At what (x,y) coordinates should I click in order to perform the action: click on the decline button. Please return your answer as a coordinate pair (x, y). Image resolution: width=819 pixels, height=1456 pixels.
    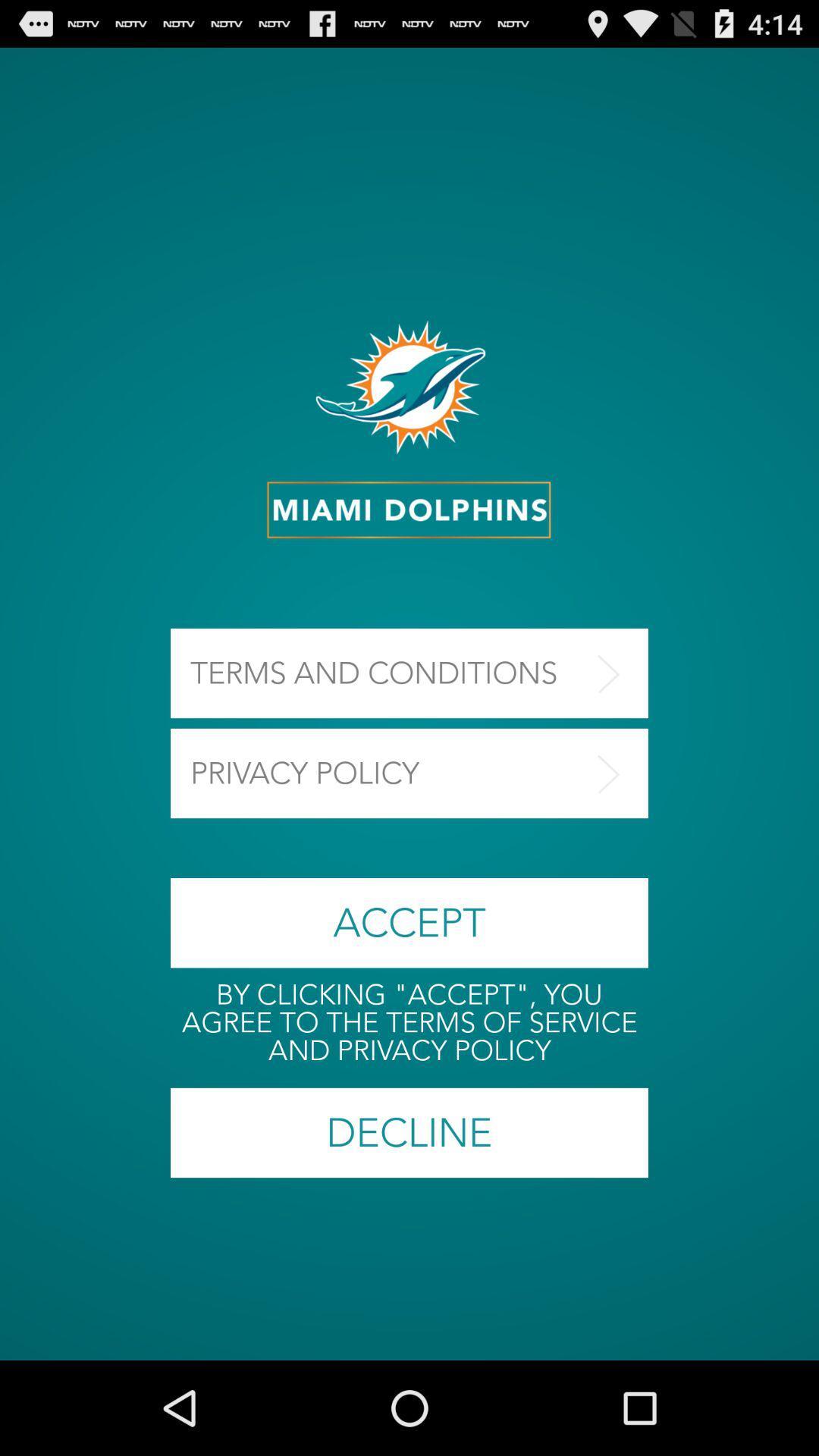
    Looking at the image, I should click on (409, 1132).